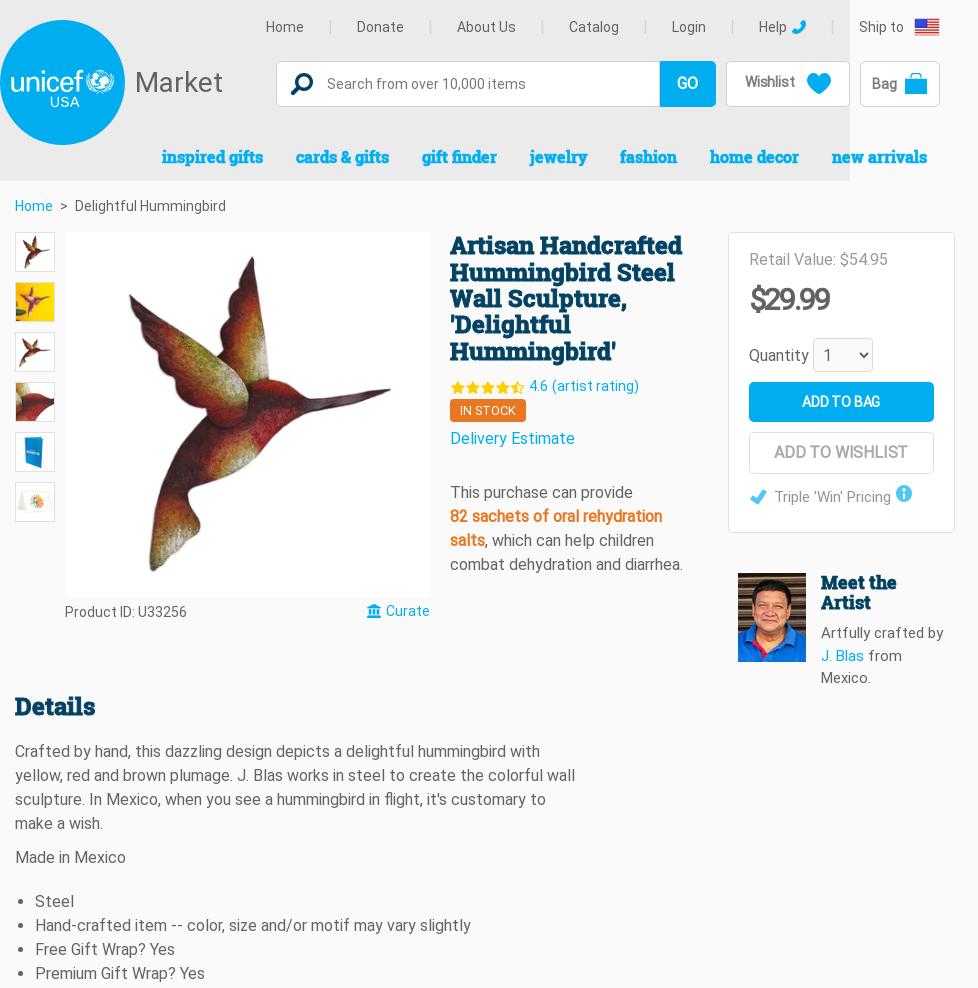 Image resolution: width=978 pixels, height=988 pixels. What do you see at coordinates (772, 25) in the screenshot?
I see `'Help'` at bounding box center [772, 25].